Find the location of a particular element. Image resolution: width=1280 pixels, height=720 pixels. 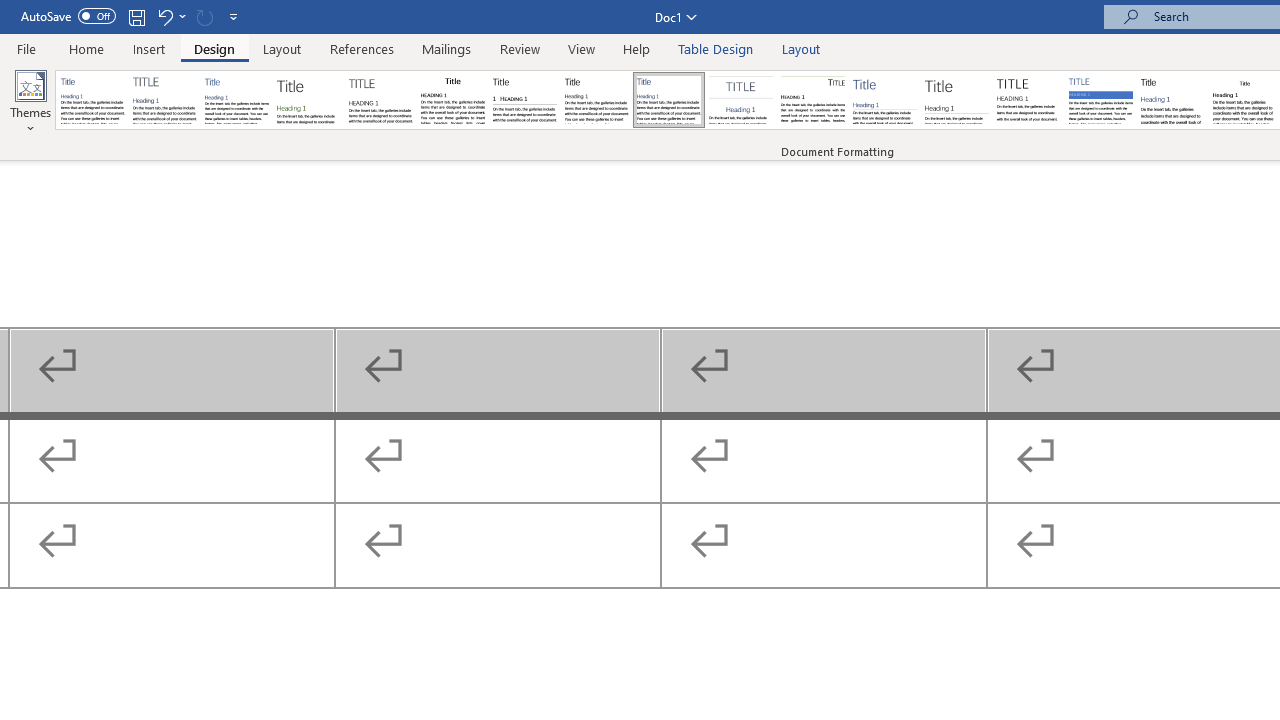

'Lines (Distinctive)' is located at coordinates (812, 100).